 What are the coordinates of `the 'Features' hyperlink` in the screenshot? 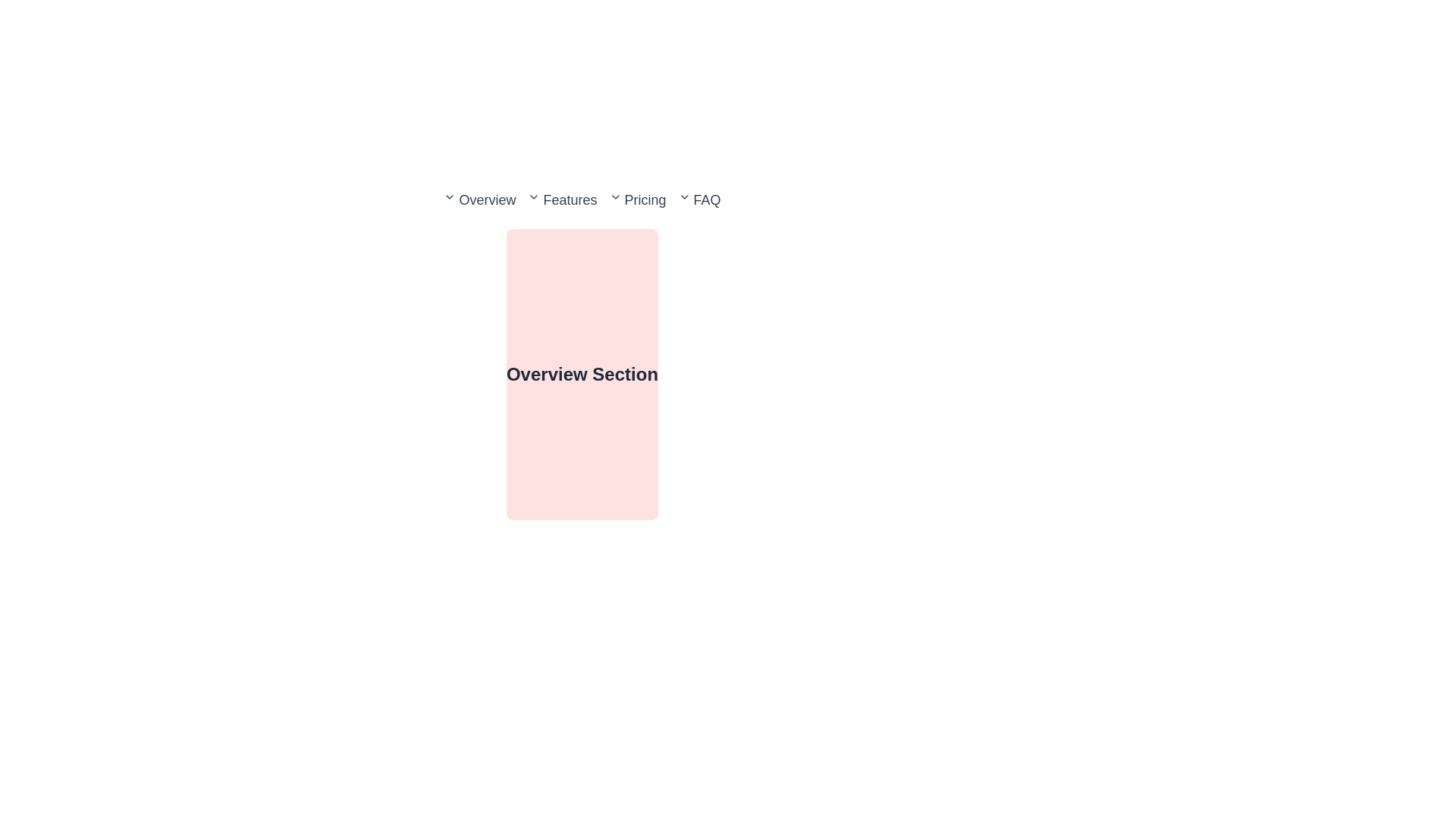 It's located at (561, 199).